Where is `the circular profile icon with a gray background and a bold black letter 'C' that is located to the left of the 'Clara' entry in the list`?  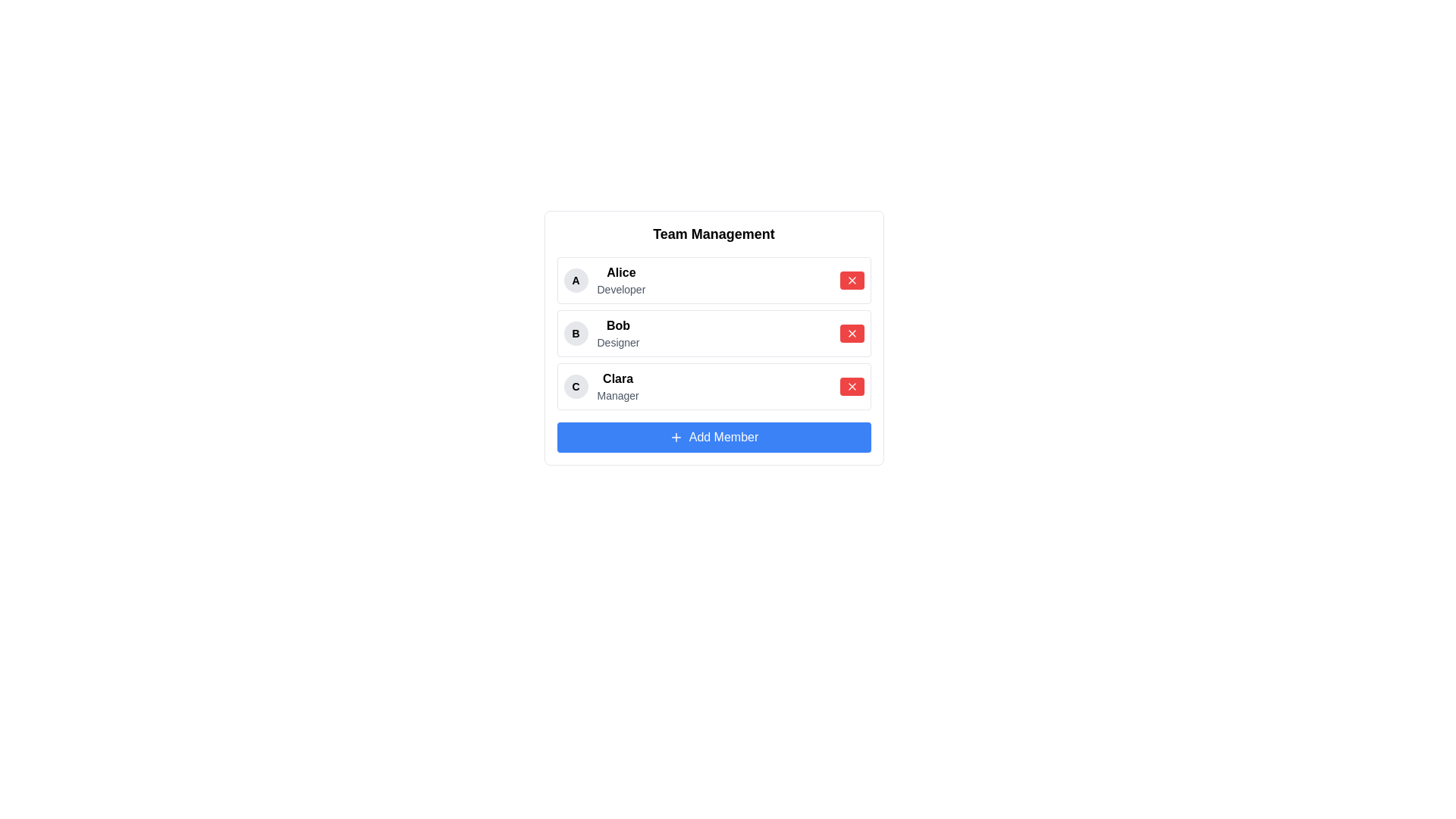 the circular profile icon with a gray background and a bold black letter 'C' that is located to the left of the 'Clara' entry in the list is located at coordinates (575, 385).